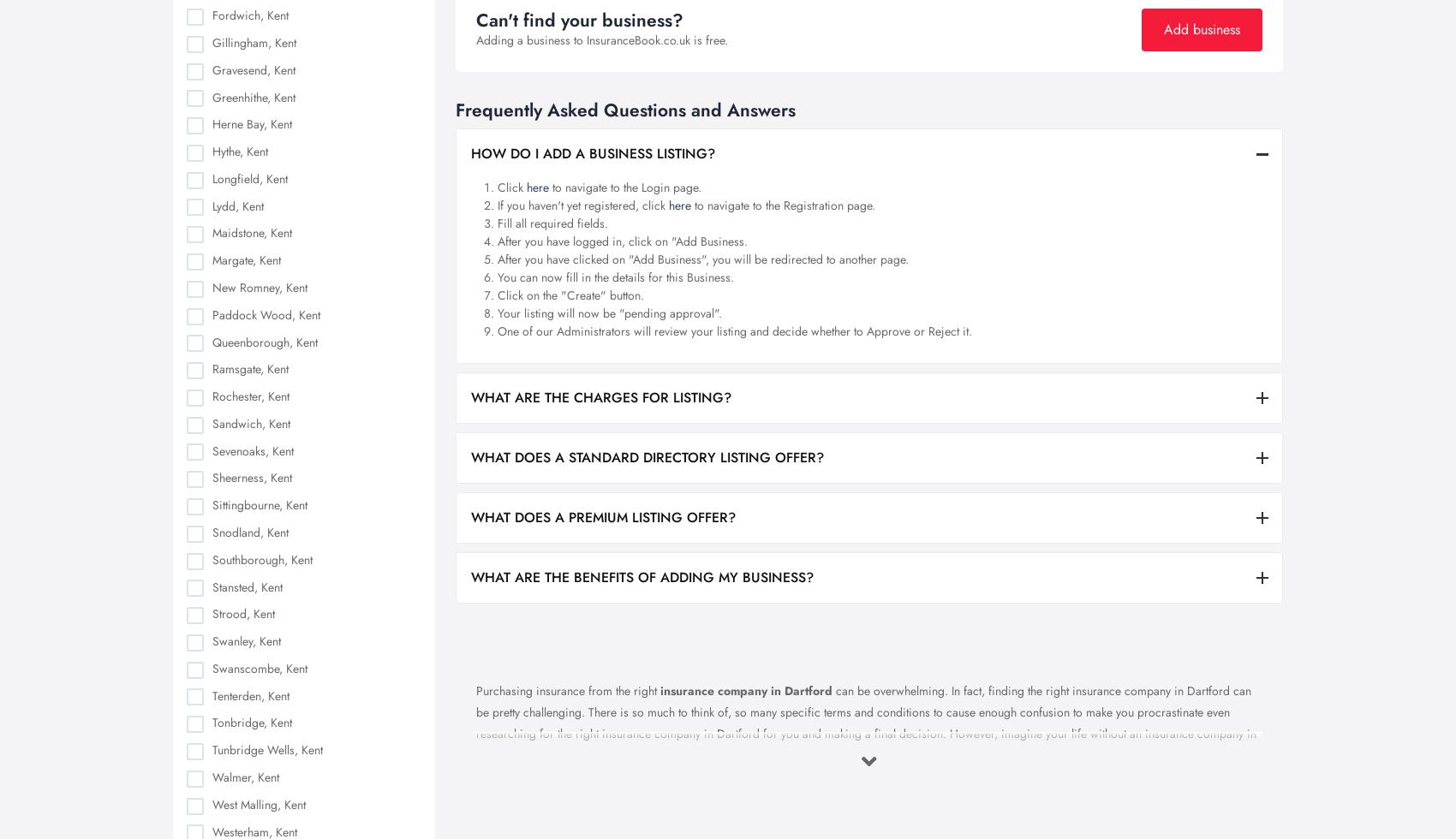 The height and width of the screenshot is (839, 1456). I want to click on 'Cookies', so click(947, 616).